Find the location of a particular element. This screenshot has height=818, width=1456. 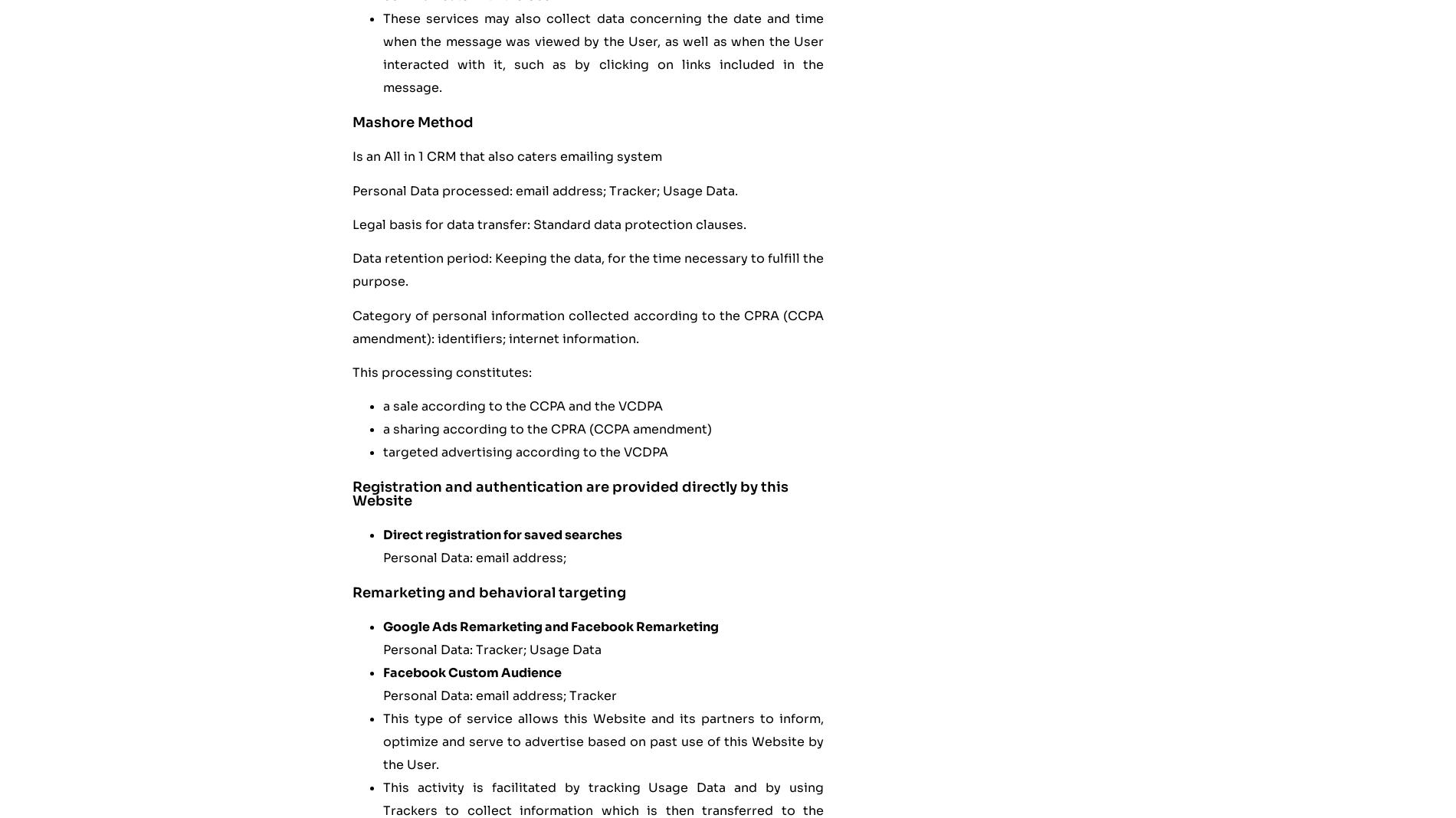

'Direct registration for saved searches' is located at coordinates (503, 535).